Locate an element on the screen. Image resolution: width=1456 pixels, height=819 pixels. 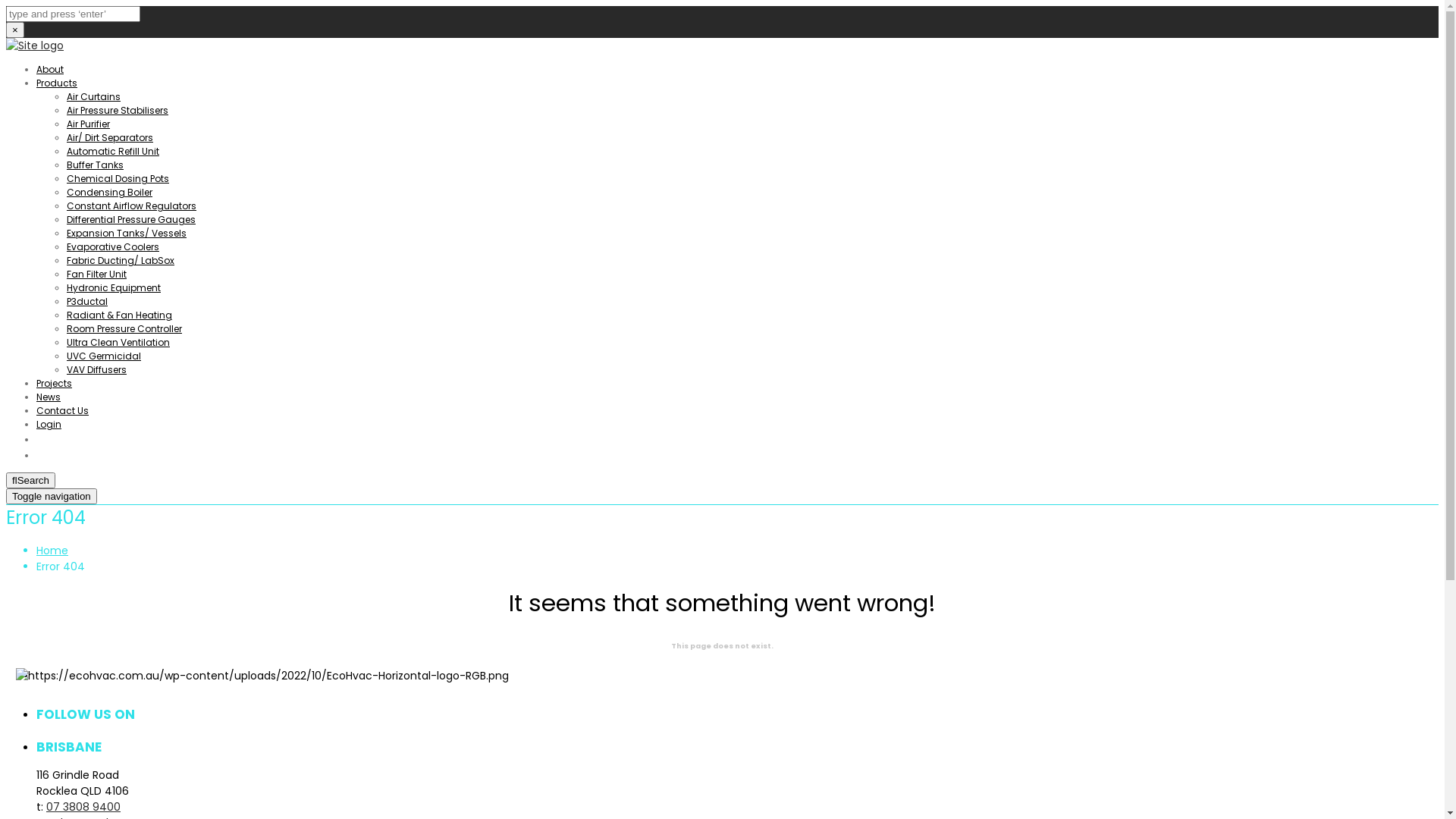
'Room Pressure Controller' is located at coordinates (124, 328).